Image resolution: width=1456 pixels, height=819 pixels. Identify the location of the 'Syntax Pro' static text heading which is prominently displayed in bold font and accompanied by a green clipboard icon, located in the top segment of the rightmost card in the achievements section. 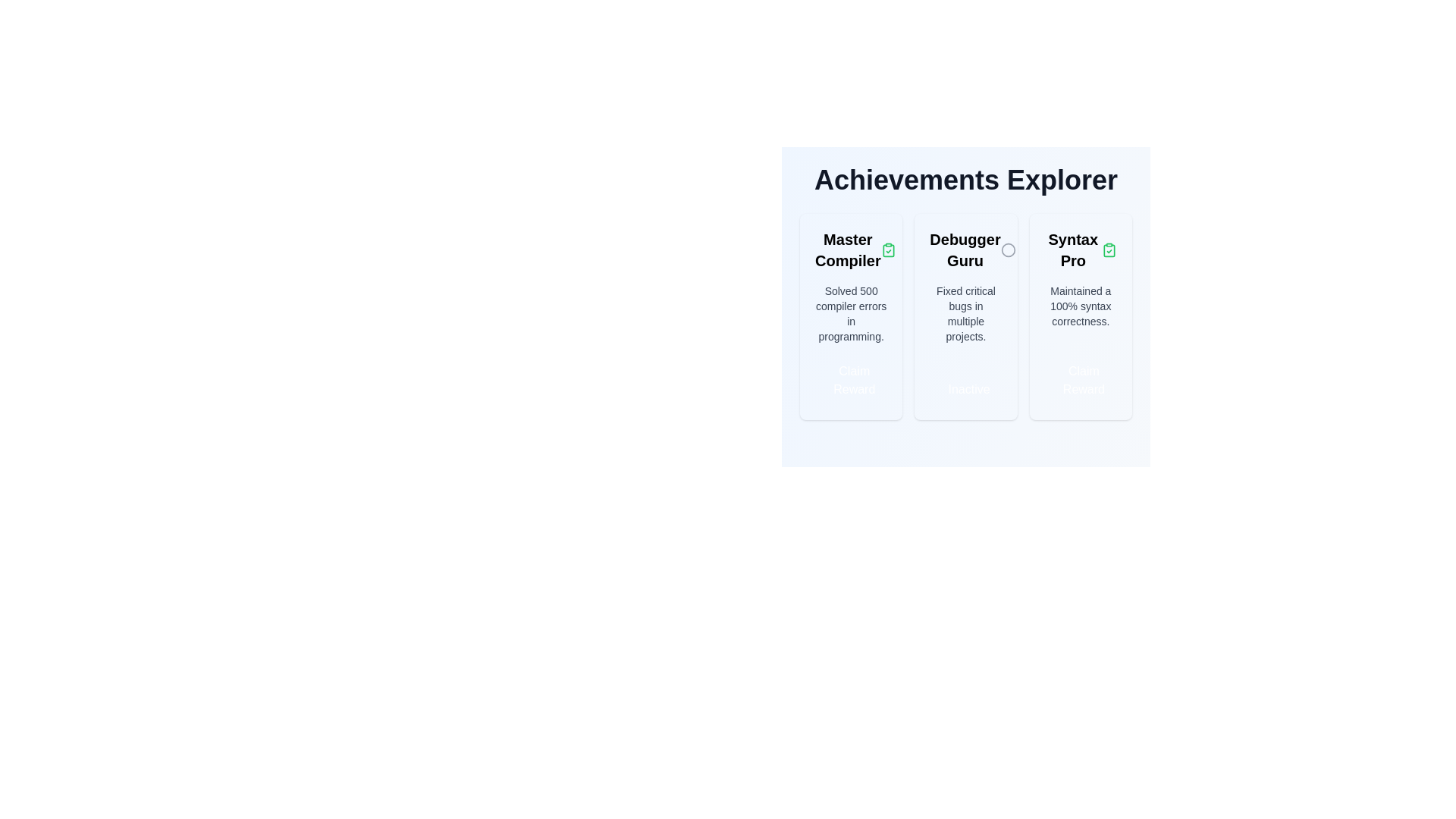
(1080, 249).